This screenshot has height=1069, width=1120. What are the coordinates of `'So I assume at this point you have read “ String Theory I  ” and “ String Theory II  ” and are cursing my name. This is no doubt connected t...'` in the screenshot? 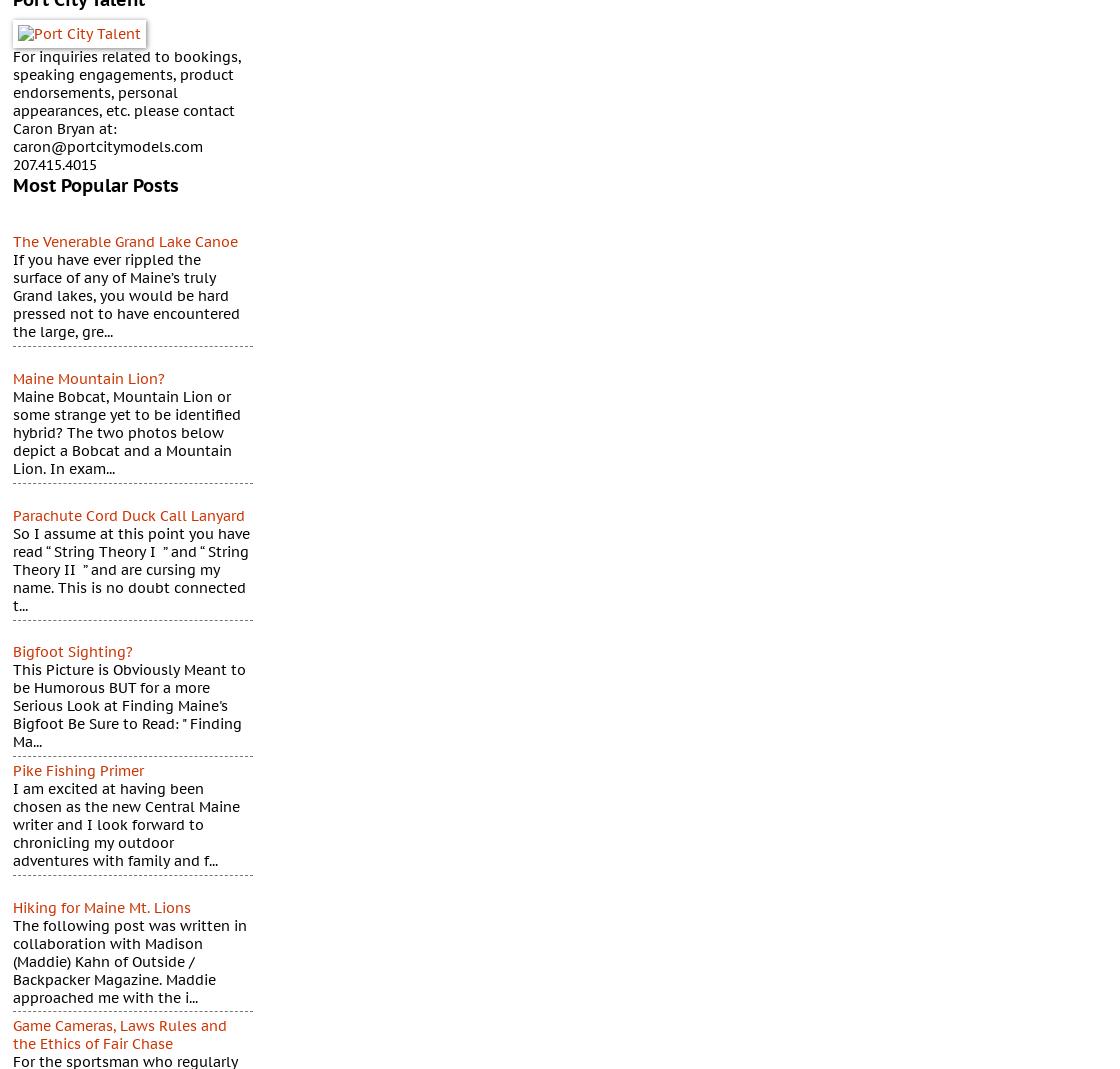 It's located at (131, 569).